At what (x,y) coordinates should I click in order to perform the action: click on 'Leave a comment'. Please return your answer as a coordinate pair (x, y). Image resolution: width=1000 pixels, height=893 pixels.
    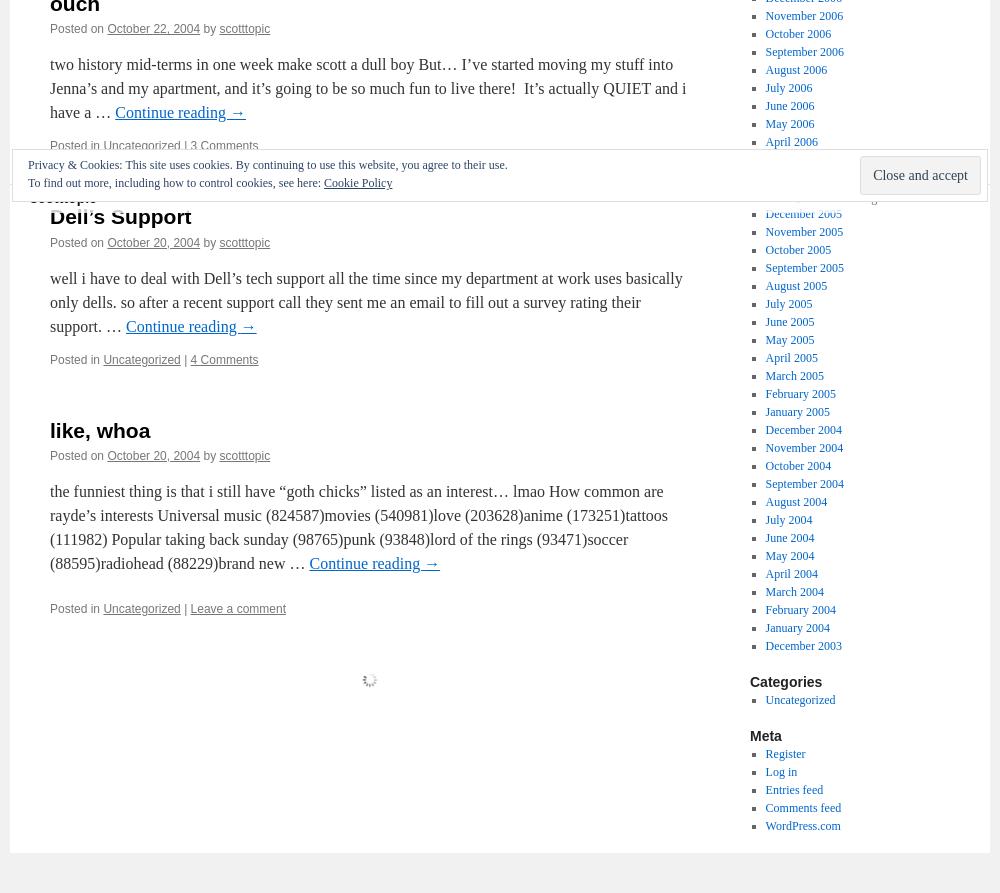
    Looking at the image, I should click on (236, 608).